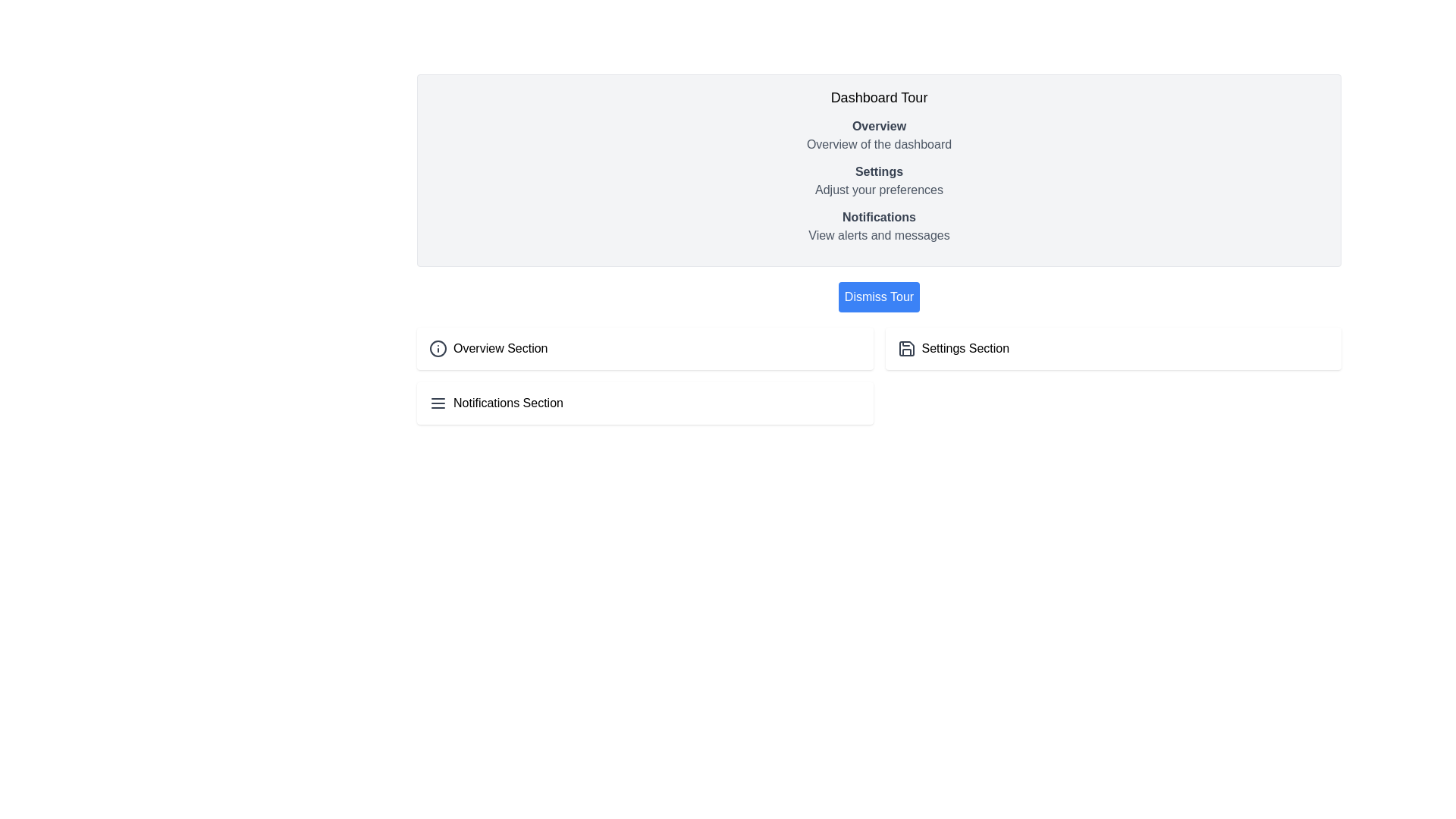  What do you see at coordinates (879, 297) in the screenshot?
I see `the 'Dismiss Tour' button with a blue background and white text to trigger a visual ring effect around it` at bounding box center [879, 297].